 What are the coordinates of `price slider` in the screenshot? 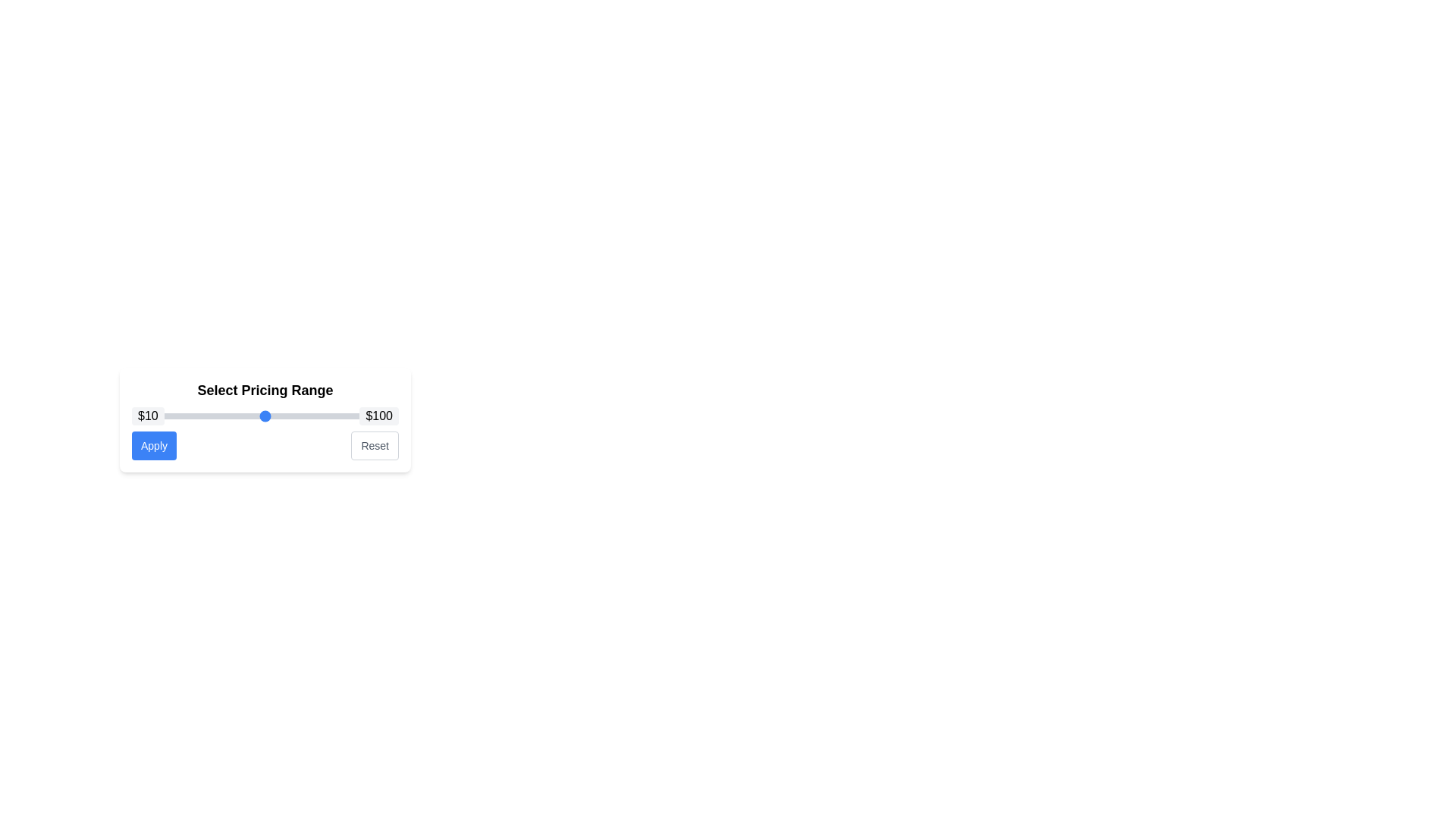 It's located at (393, 416).